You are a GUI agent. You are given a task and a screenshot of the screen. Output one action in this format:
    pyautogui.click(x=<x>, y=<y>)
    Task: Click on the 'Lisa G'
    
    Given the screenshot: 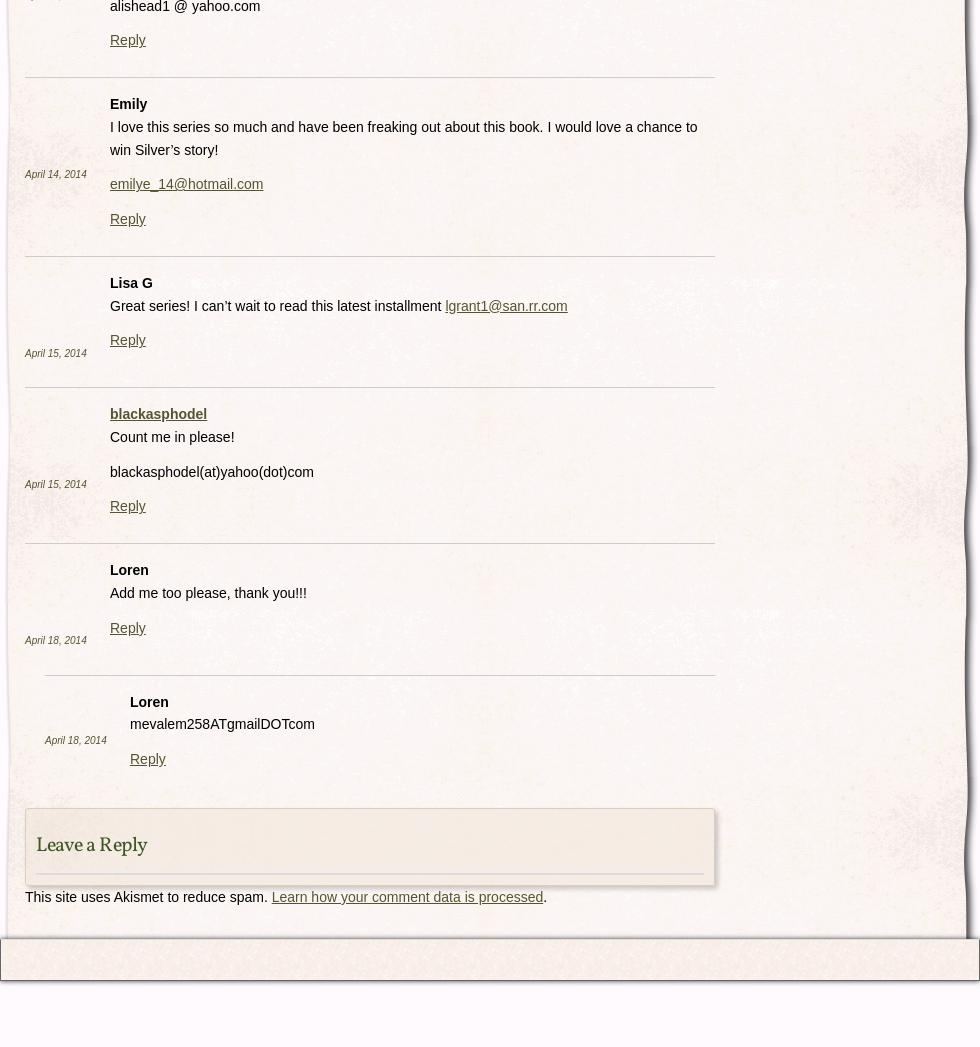 What is the action you would take?
    pyautogui.click(x=131, y=281)
    